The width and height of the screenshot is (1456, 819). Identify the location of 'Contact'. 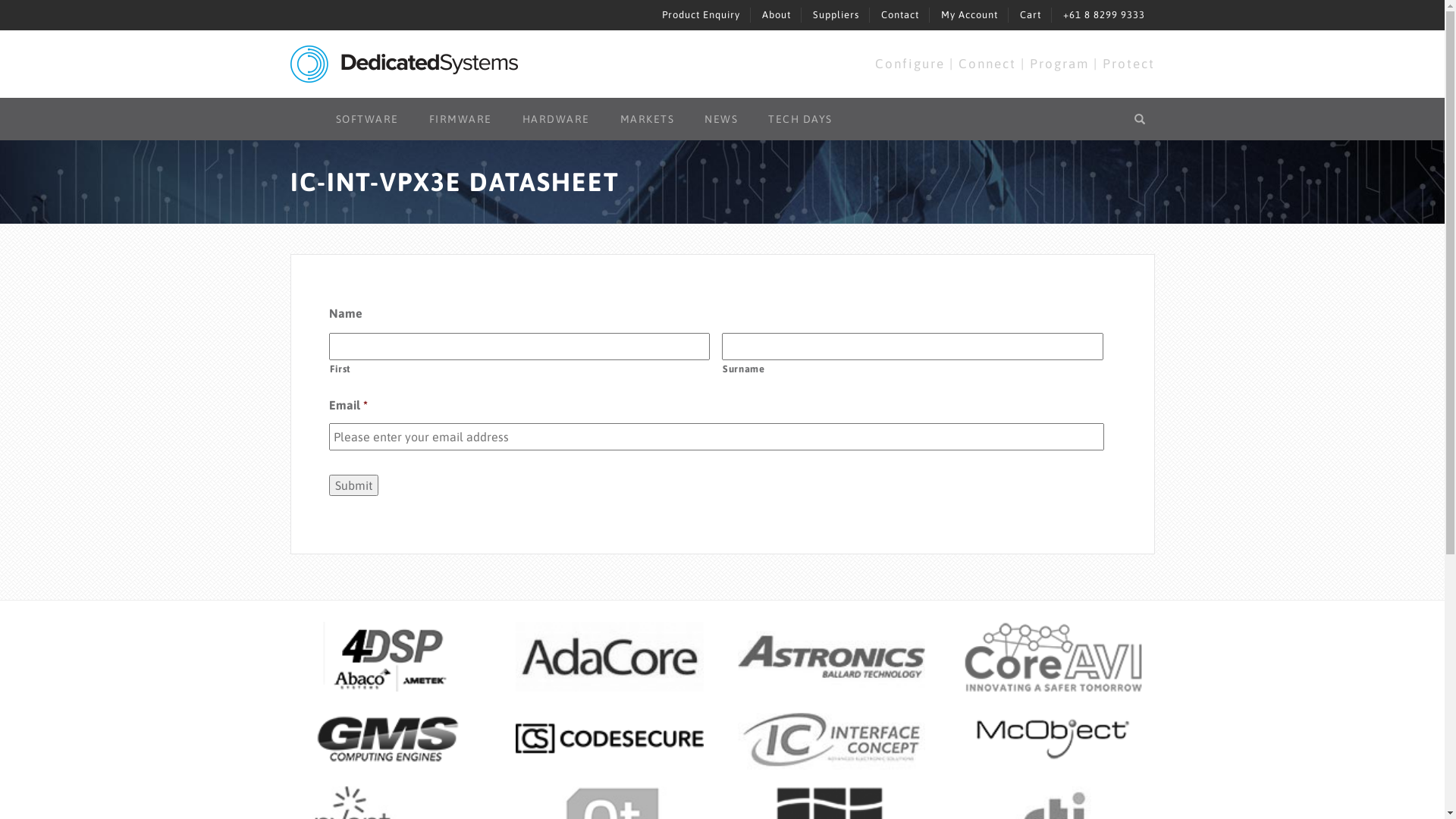
(899, 14).